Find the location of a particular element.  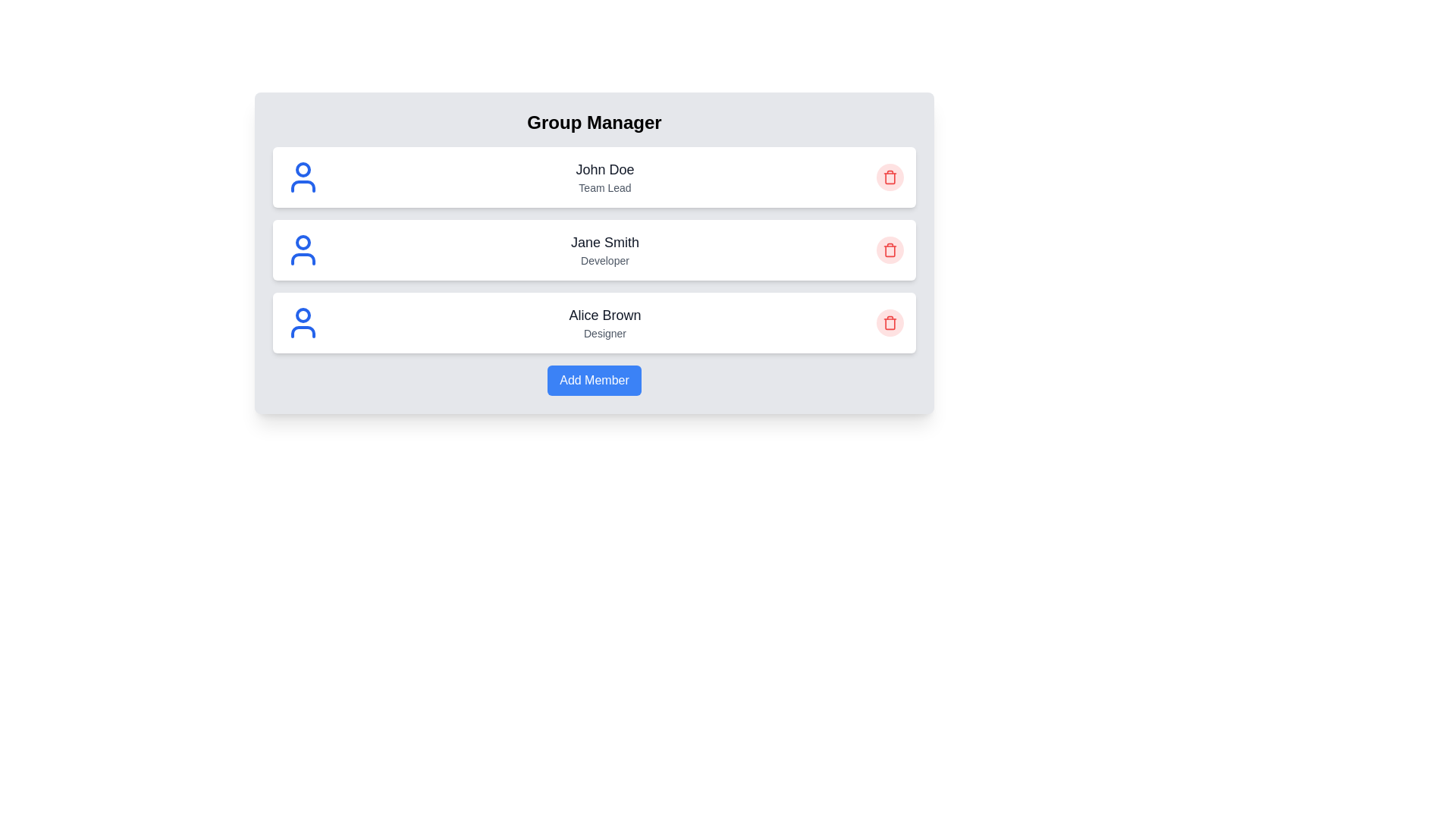

the Text component displaying the name 'Jane Smith', located in the middle row of a vertically stacked list, above the 'Developer' text is located at coordinates (604, 242).